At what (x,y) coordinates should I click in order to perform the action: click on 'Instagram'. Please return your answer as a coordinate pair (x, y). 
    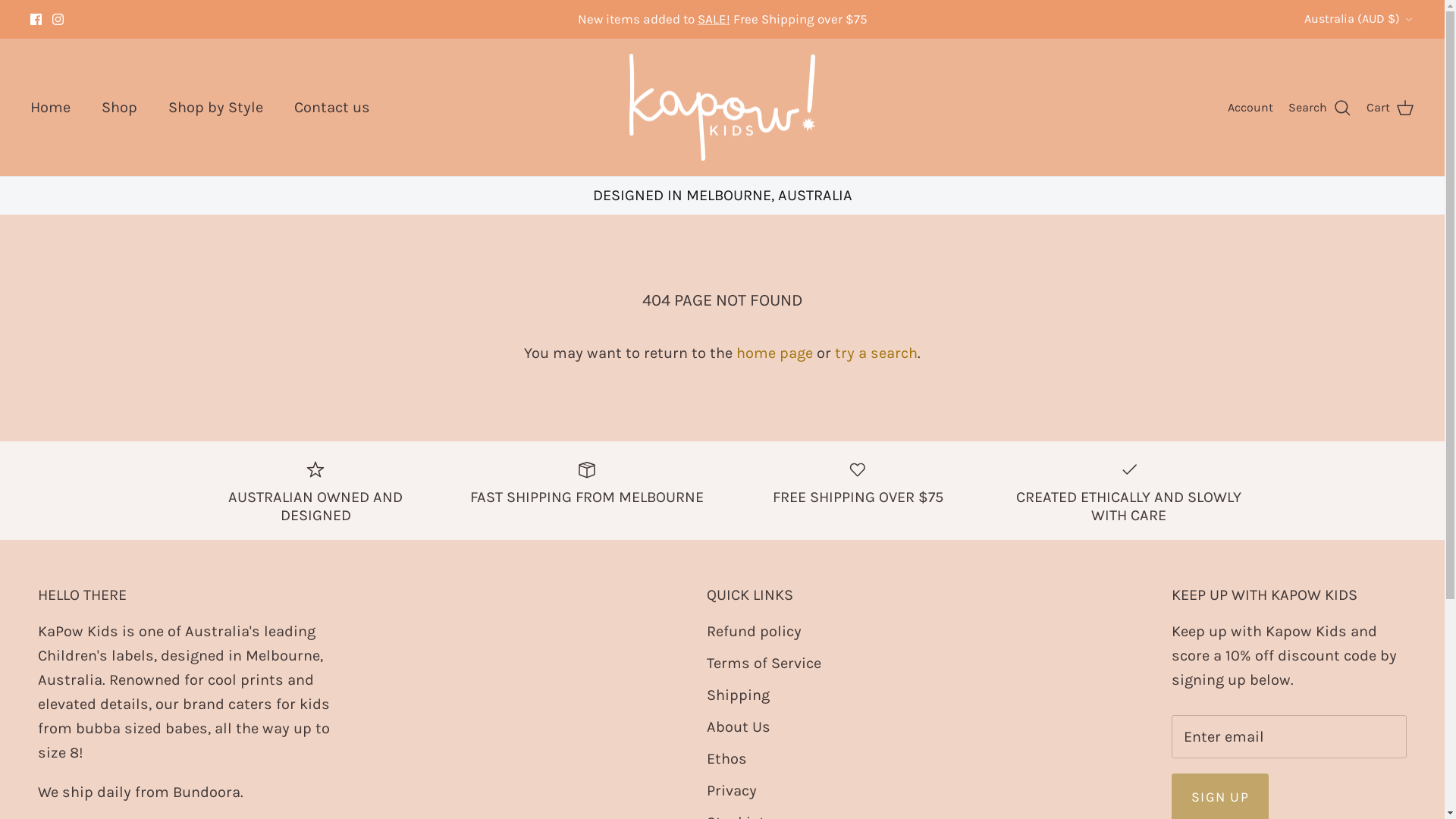
    Looking at the image, I should click on (58, 19).